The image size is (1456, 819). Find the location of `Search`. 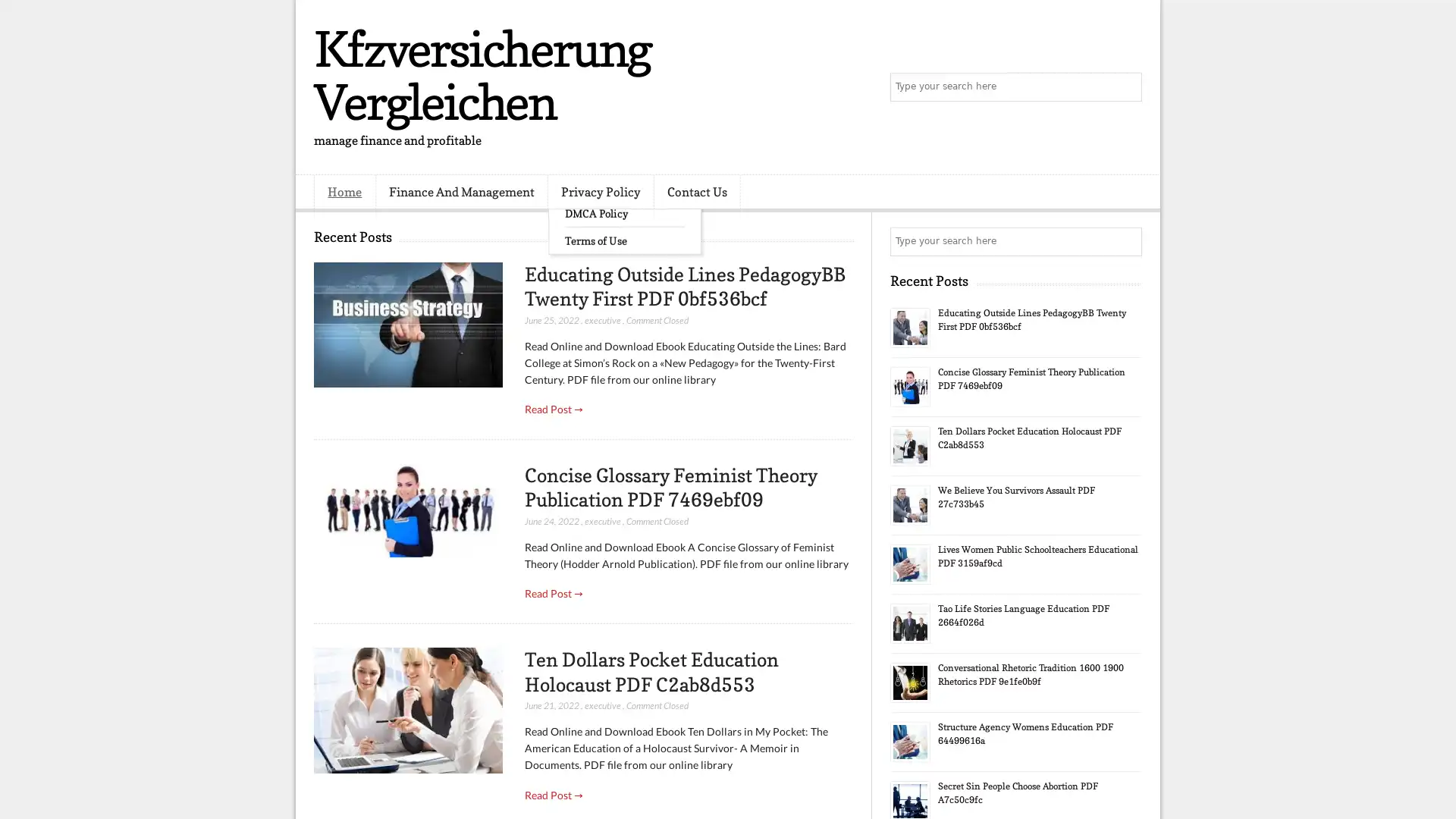

Search is located at coordinates (1126, 241).